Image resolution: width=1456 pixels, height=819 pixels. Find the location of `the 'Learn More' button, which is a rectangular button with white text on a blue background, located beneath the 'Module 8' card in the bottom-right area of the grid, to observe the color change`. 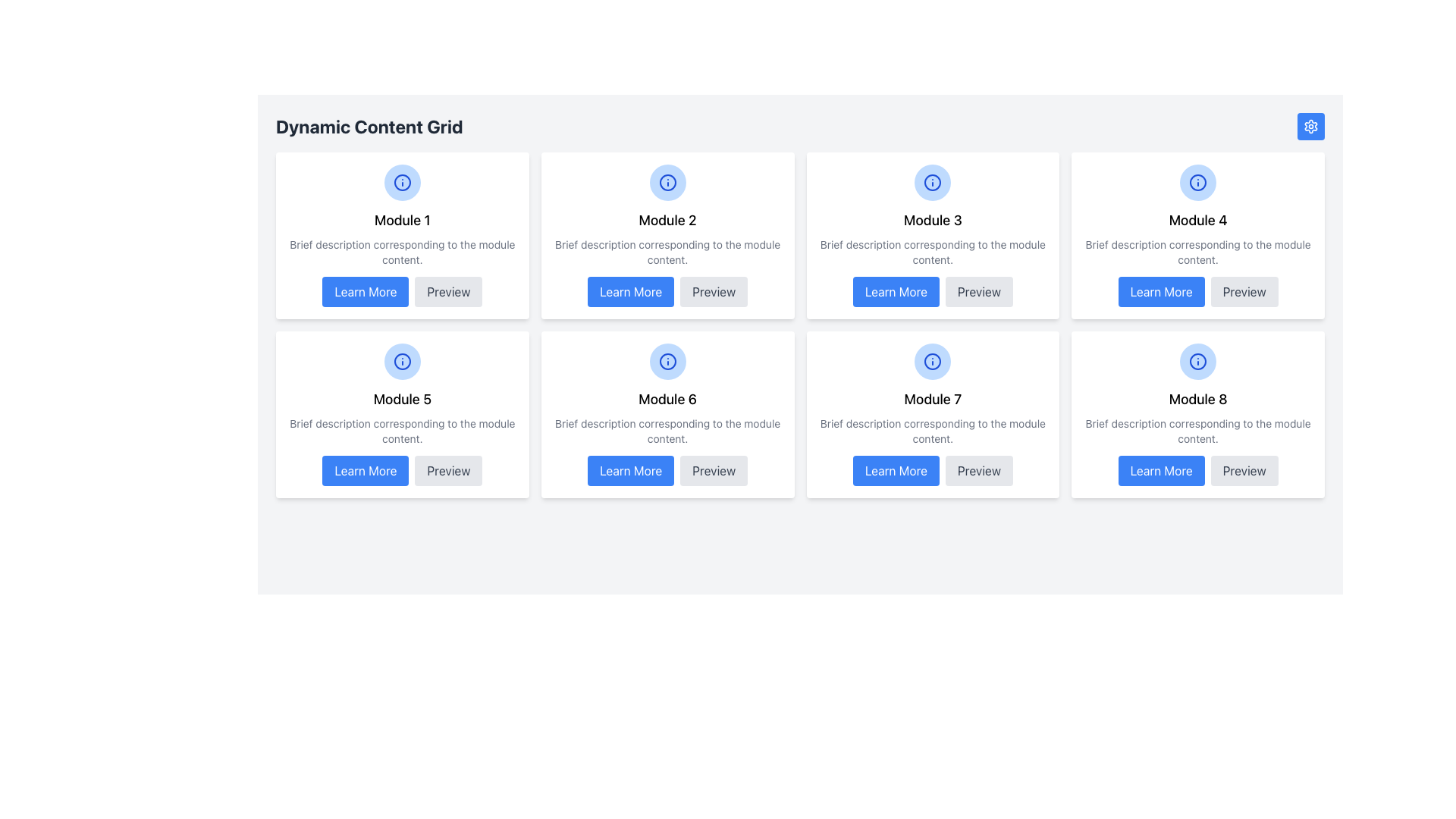

the 'Learn More' button, which is a rectangular button with white text on a blue background, located beneath the 'Module 8' card in the bottom-right area of the grid, to observe the color change is located at coordinates (1160, 470).